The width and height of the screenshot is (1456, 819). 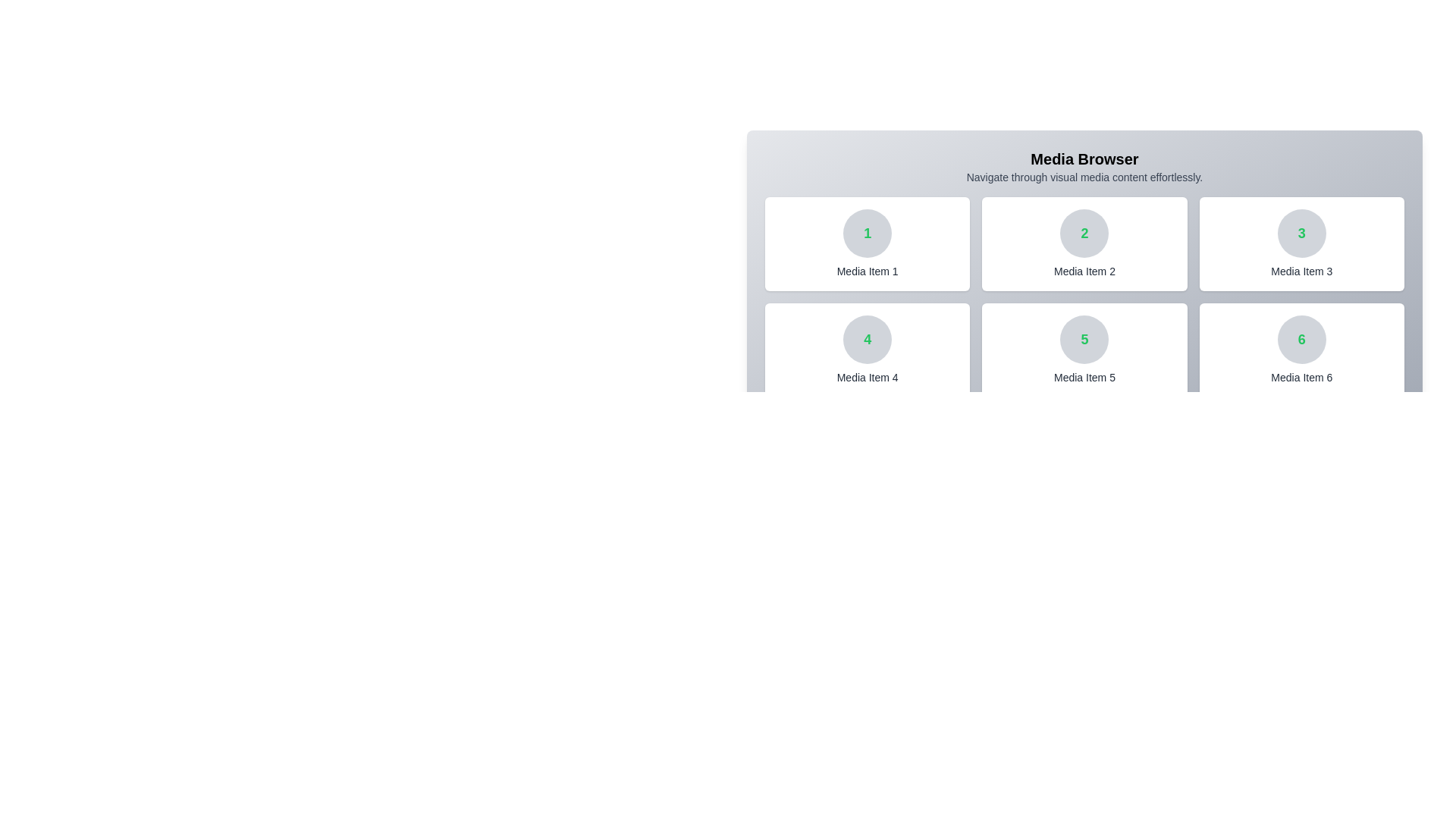 What do you see at coordinates (1301, 271) in the screenshot?
I see `text label located at the bottom of the third tile from the left in the top row of the grid layout, which has a rounded, white background and shadow effect` at bounding box center [1301, 271].